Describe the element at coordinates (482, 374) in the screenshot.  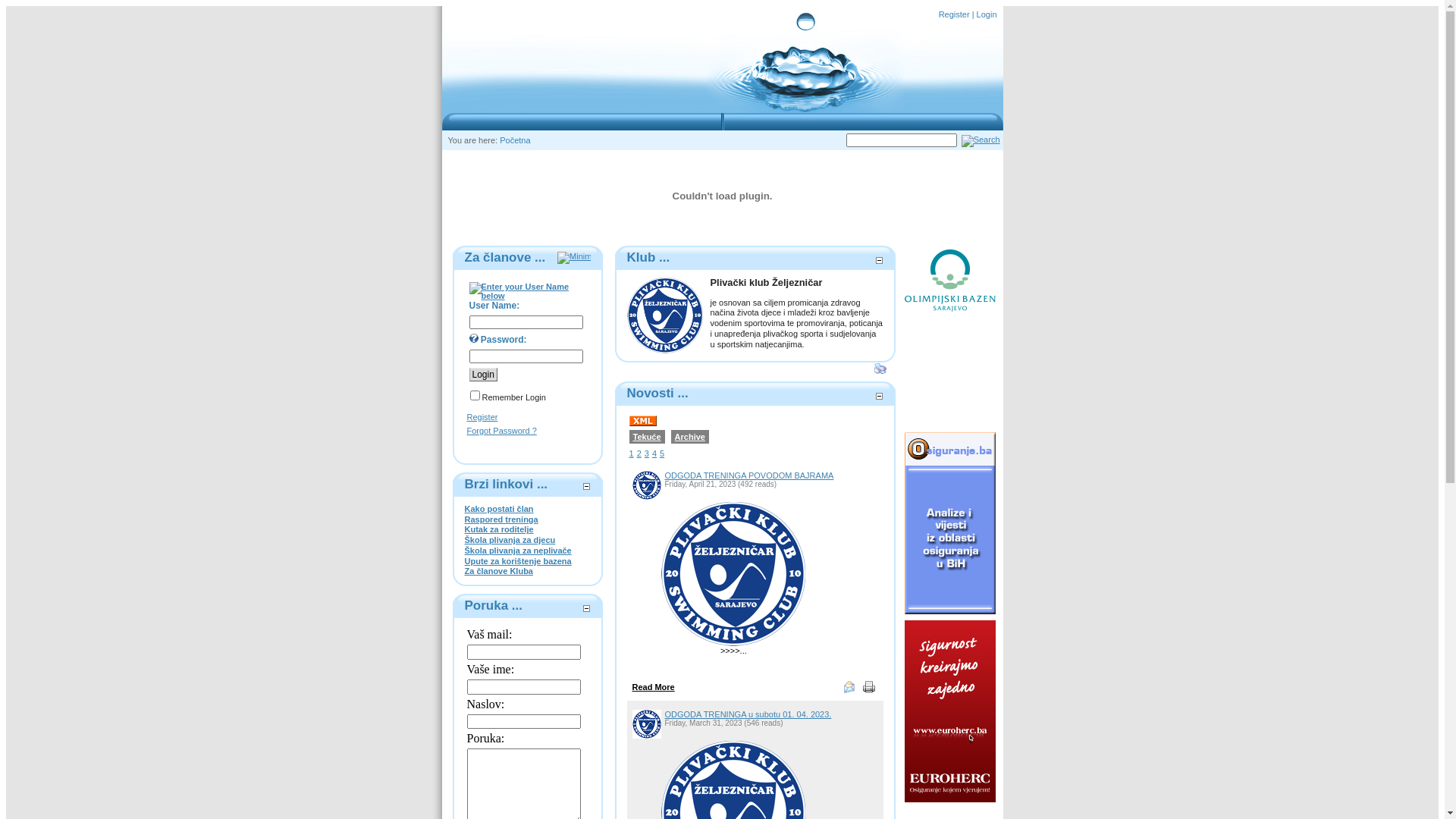
I see `'Login'` at that location.